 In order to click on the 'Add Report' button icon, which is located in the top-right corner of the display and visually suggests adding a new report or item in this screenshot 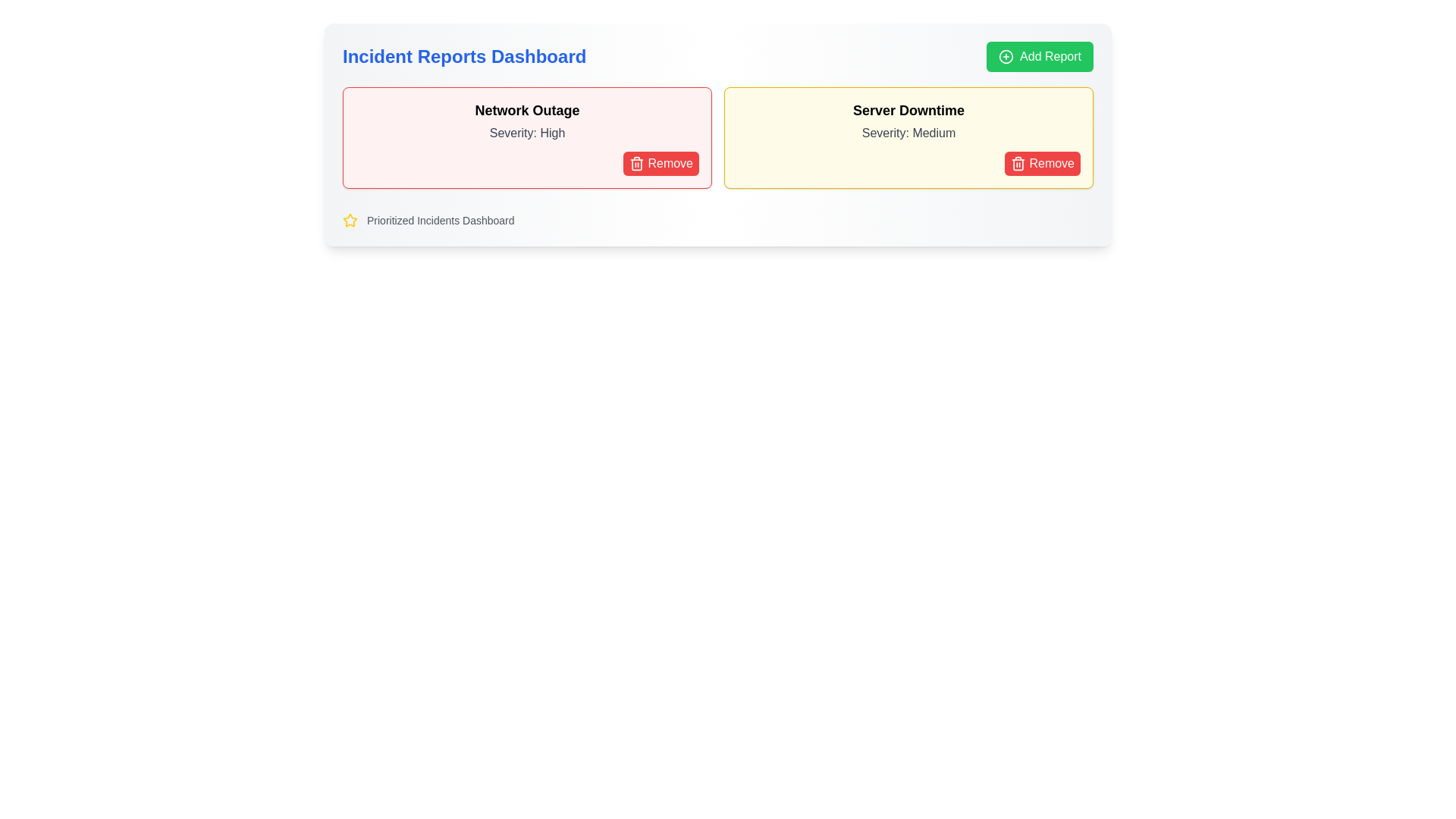, I will do `click(1006, 55)`.